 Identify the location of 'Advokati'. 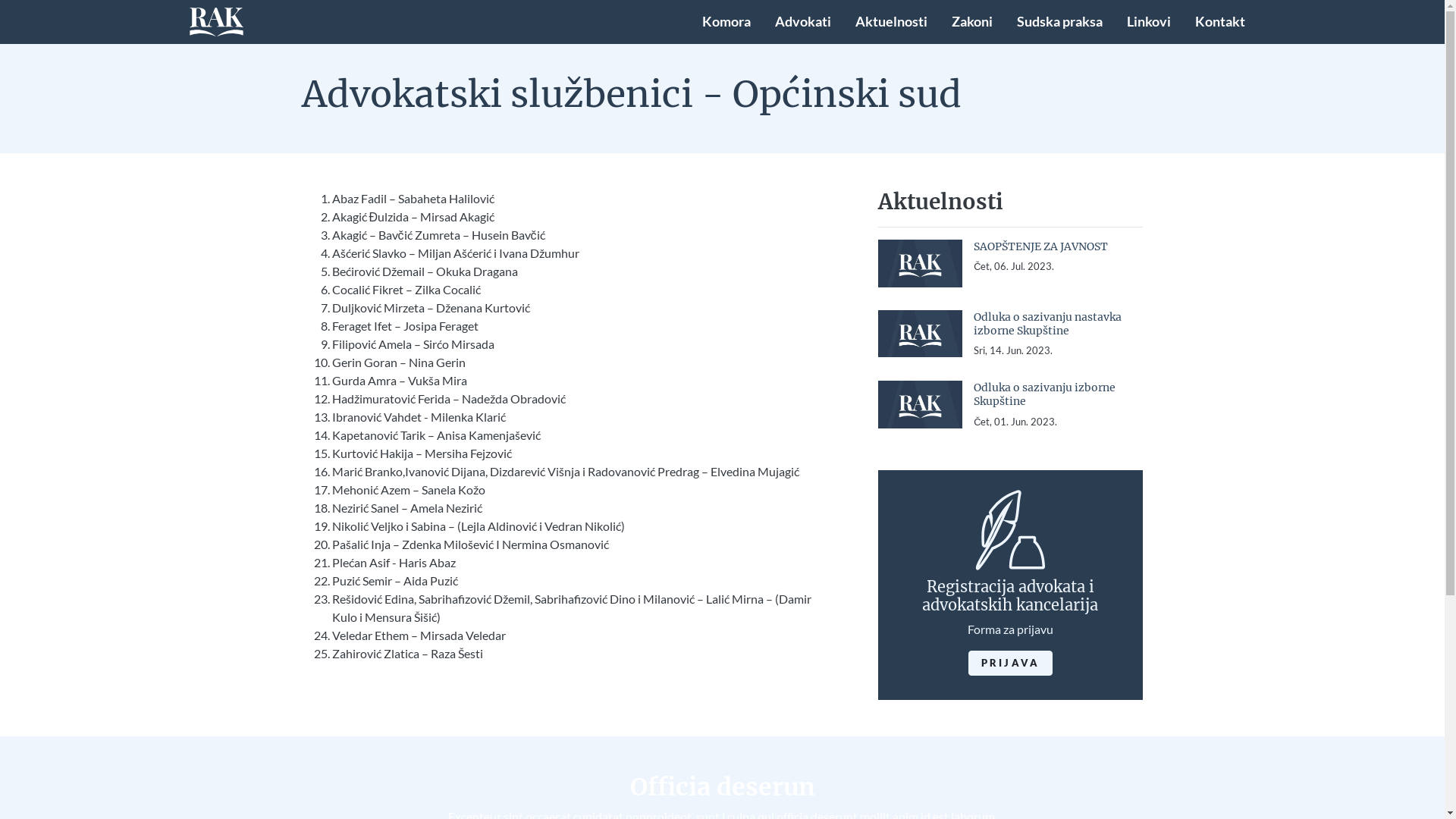
(802, 22).